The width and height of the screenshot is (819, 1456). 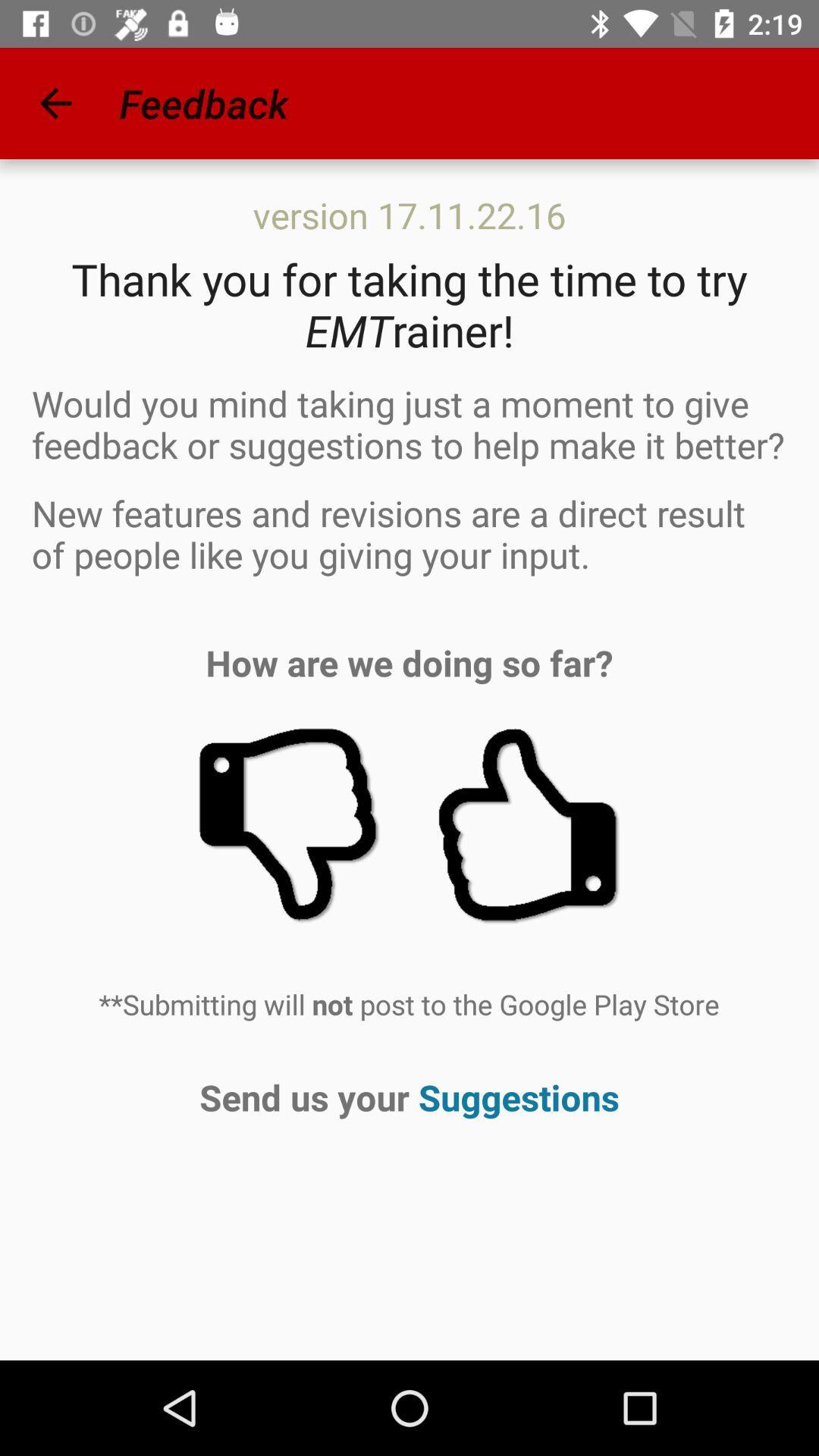 I want to click on app to the left of feedback icon, so click(x=55, y=102).